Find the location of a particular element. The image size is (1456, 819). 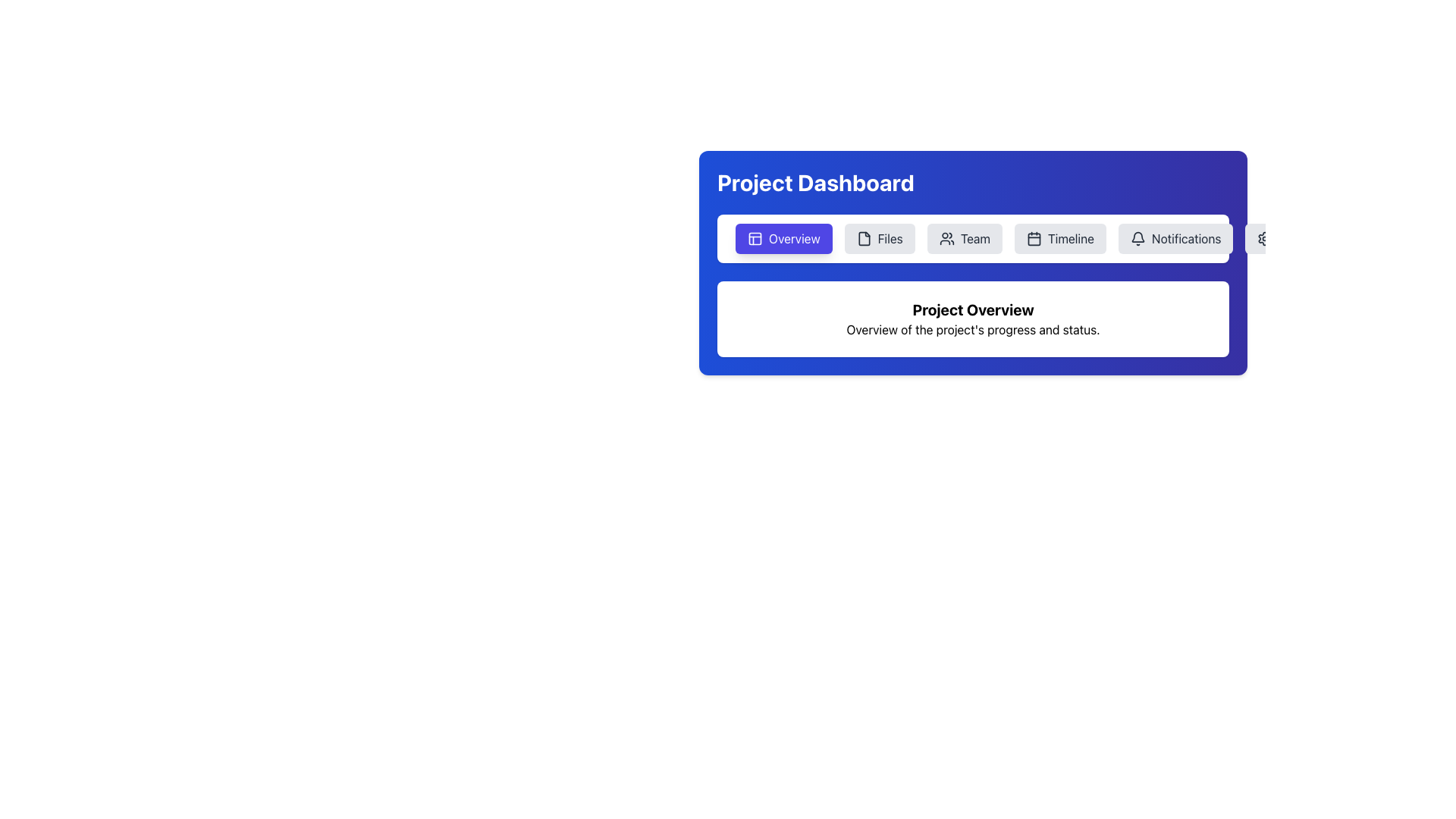

the bell-shaped icon in the notifications button located in the top-right corner of the UI is located at coordinates (1137, 237).